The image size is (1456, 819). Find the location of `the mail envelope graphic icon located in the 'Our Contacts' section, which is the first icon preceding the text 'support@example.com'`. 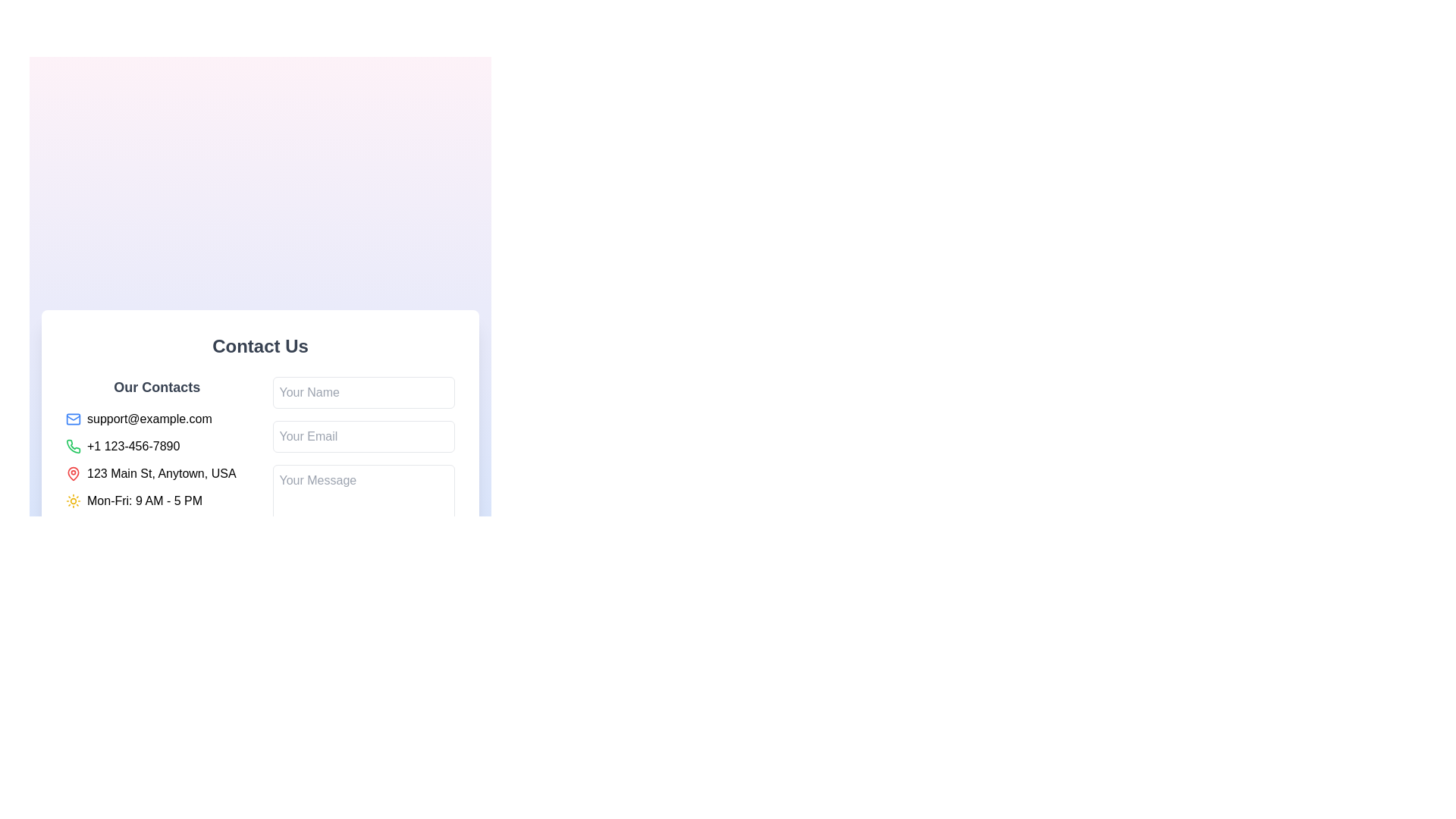

the mail envelope graphic icon located in the 'Our Contacts' section, which is the first icon preceding the text 'support@example.com' is located at coordinates (72, 419).